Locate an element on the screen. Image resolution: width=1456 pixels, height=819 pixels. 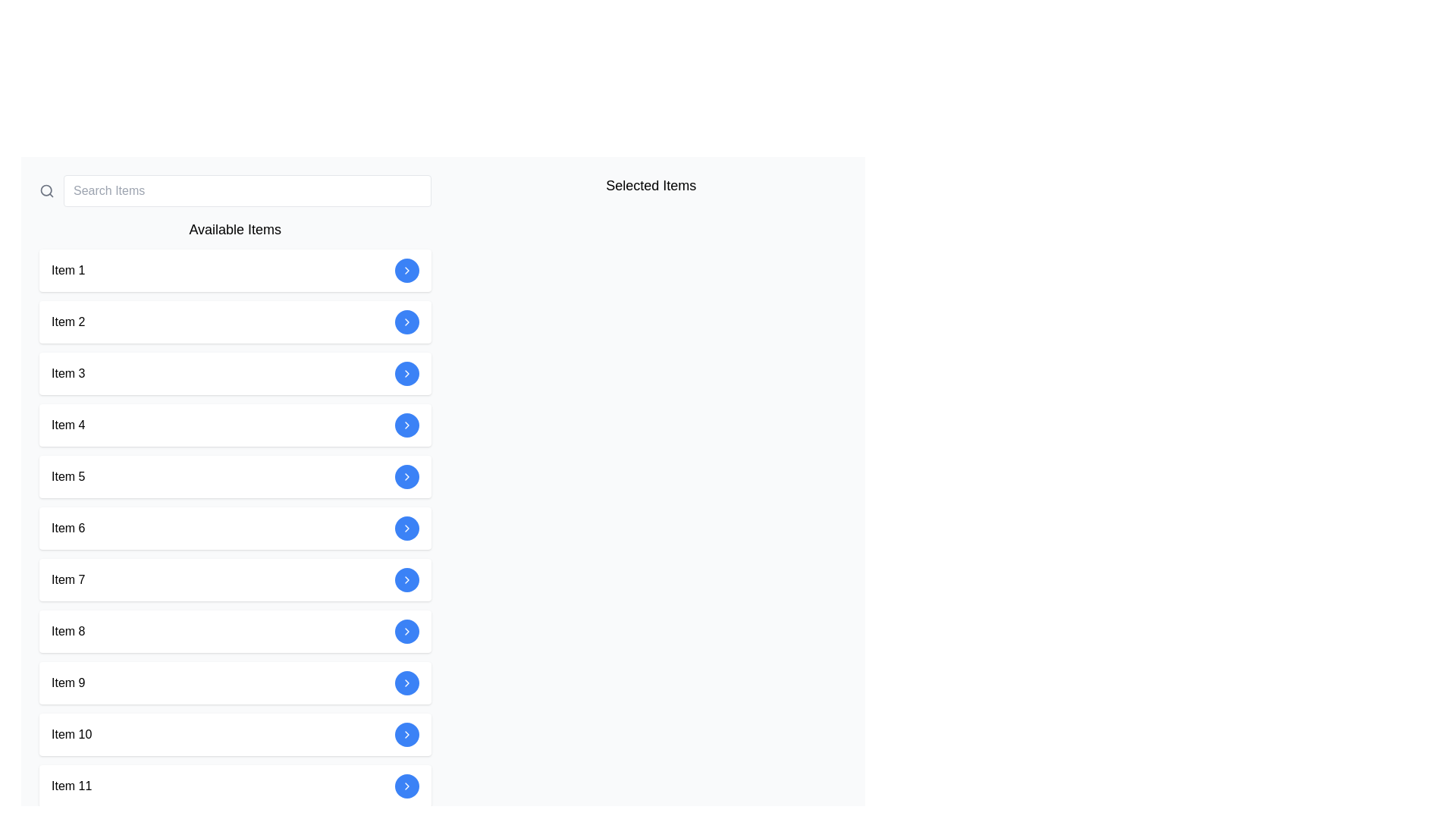
the Text label located at the bottom of the 'Available Items' list in the left column, specifically in the eleventh row is located at coordinates (71, 786).